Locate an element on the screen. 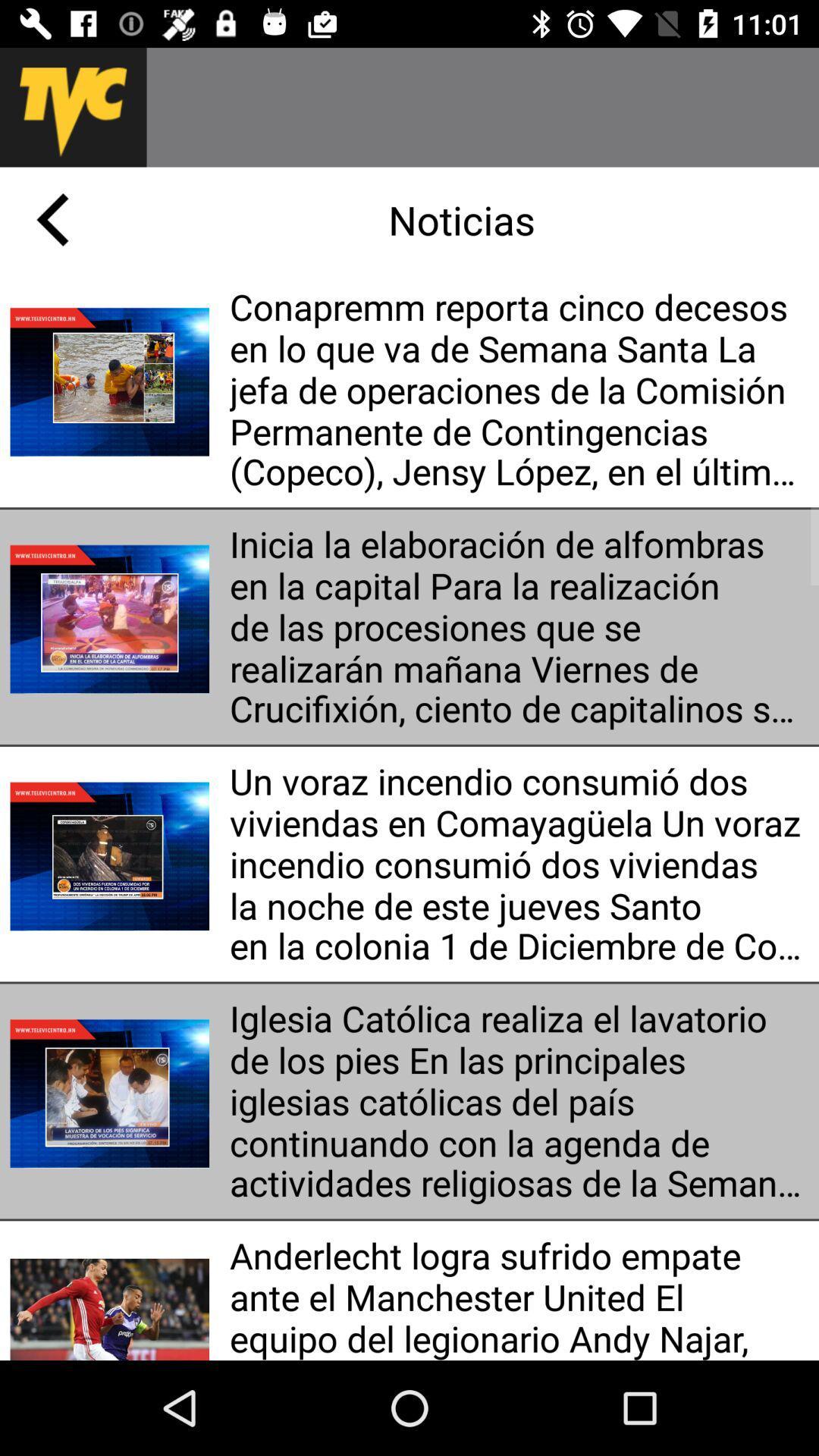  the conapremm reporta cinco app is located at coordinates (518, 390).